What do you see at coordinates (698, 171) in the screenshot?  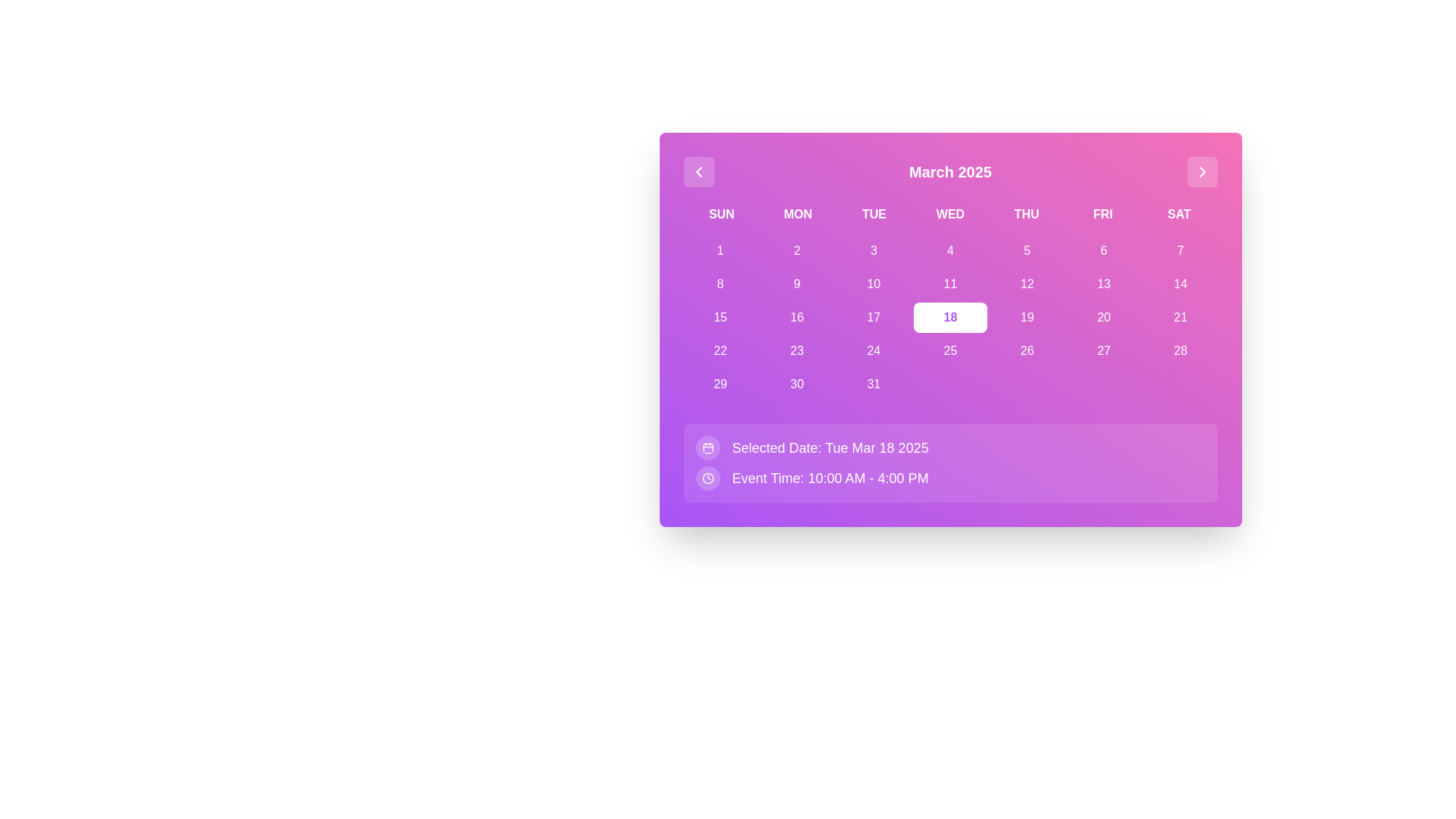 I see `the left chevron button located in the header of the calendar interface` at bounding box center [698, 171].